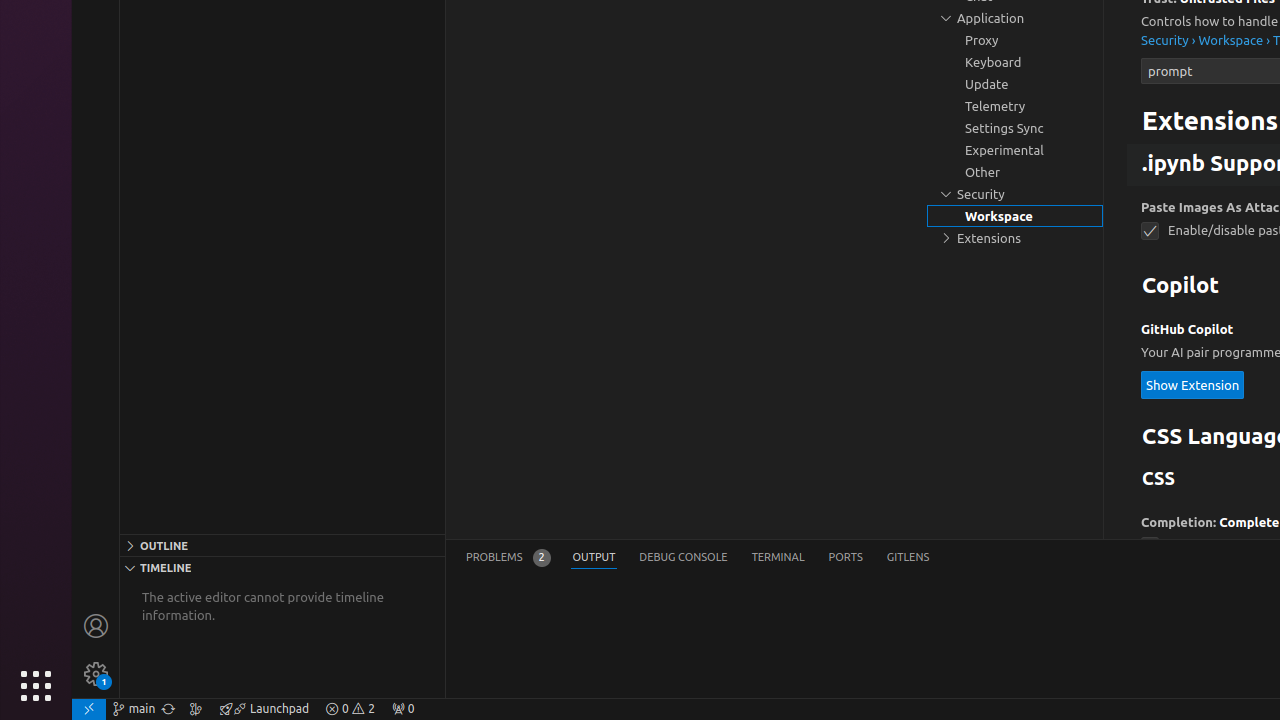 This screenshot has width=1280, height=720. Describe the element at coordinates (593, 557) in the screenshot. I see `'Output (Ctrl+K Ctrl+H)'` at that location.